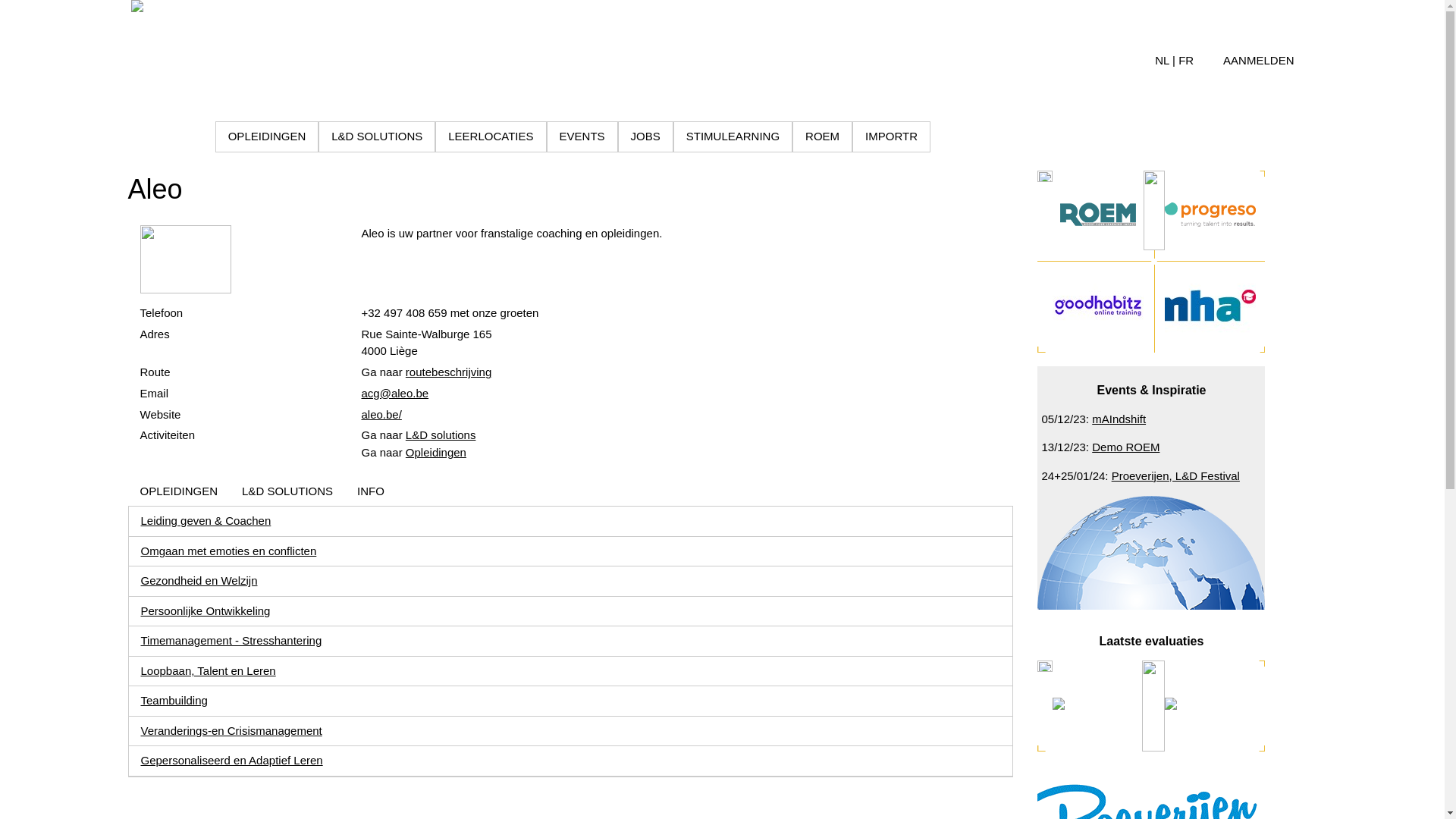 The height and width of the screenshot is (819, 1456). Describe the element at coordinates (405, 435) in the screenshot. I see `'L&D solutions'` at that location.